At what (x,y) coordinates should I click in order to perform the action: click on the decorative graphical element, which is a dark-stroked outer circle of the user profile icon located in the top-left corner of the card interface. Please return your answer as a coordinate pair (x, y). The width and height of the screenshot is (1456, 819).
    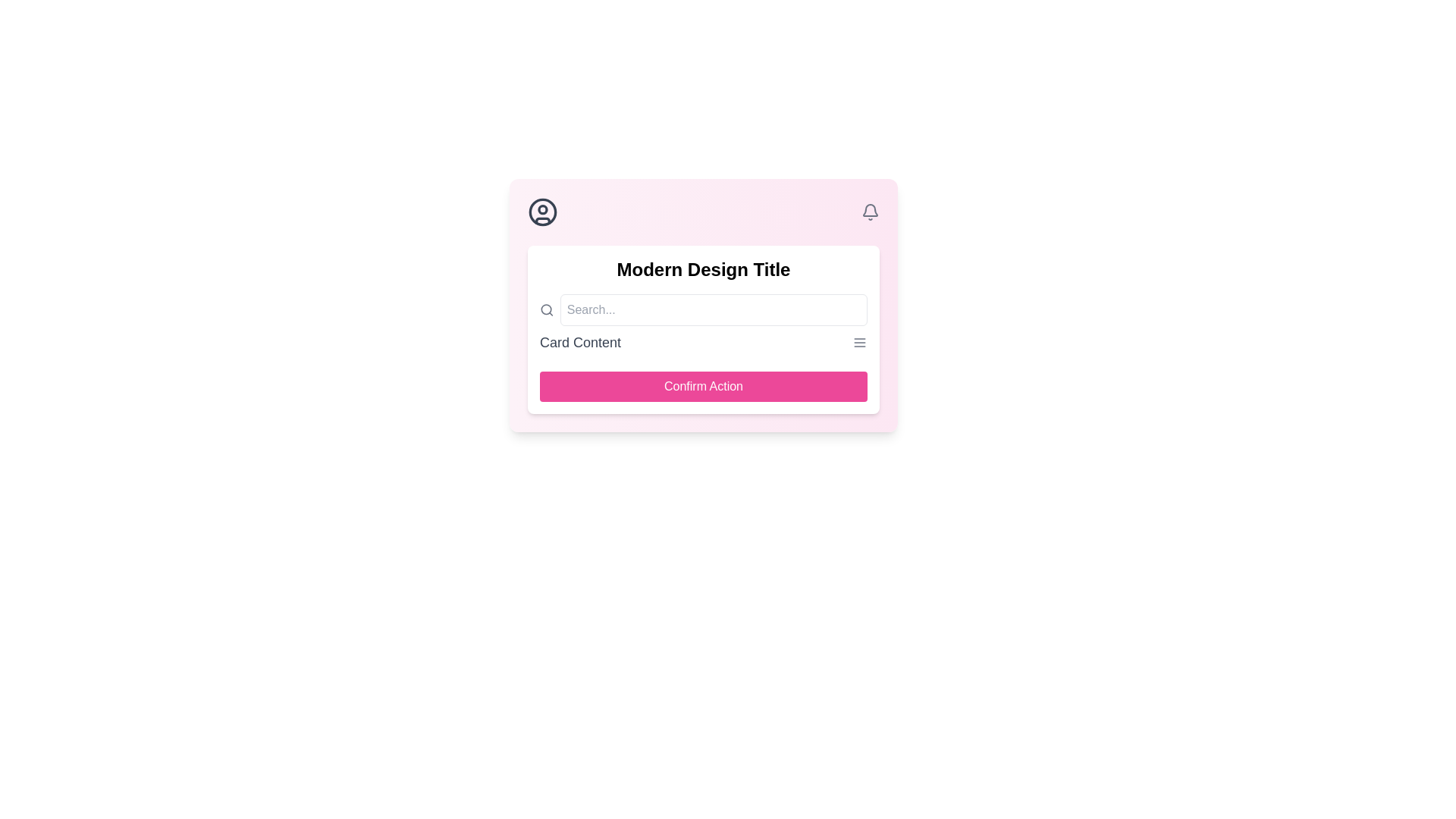
    Looking at the image, I should click on (542, 212).